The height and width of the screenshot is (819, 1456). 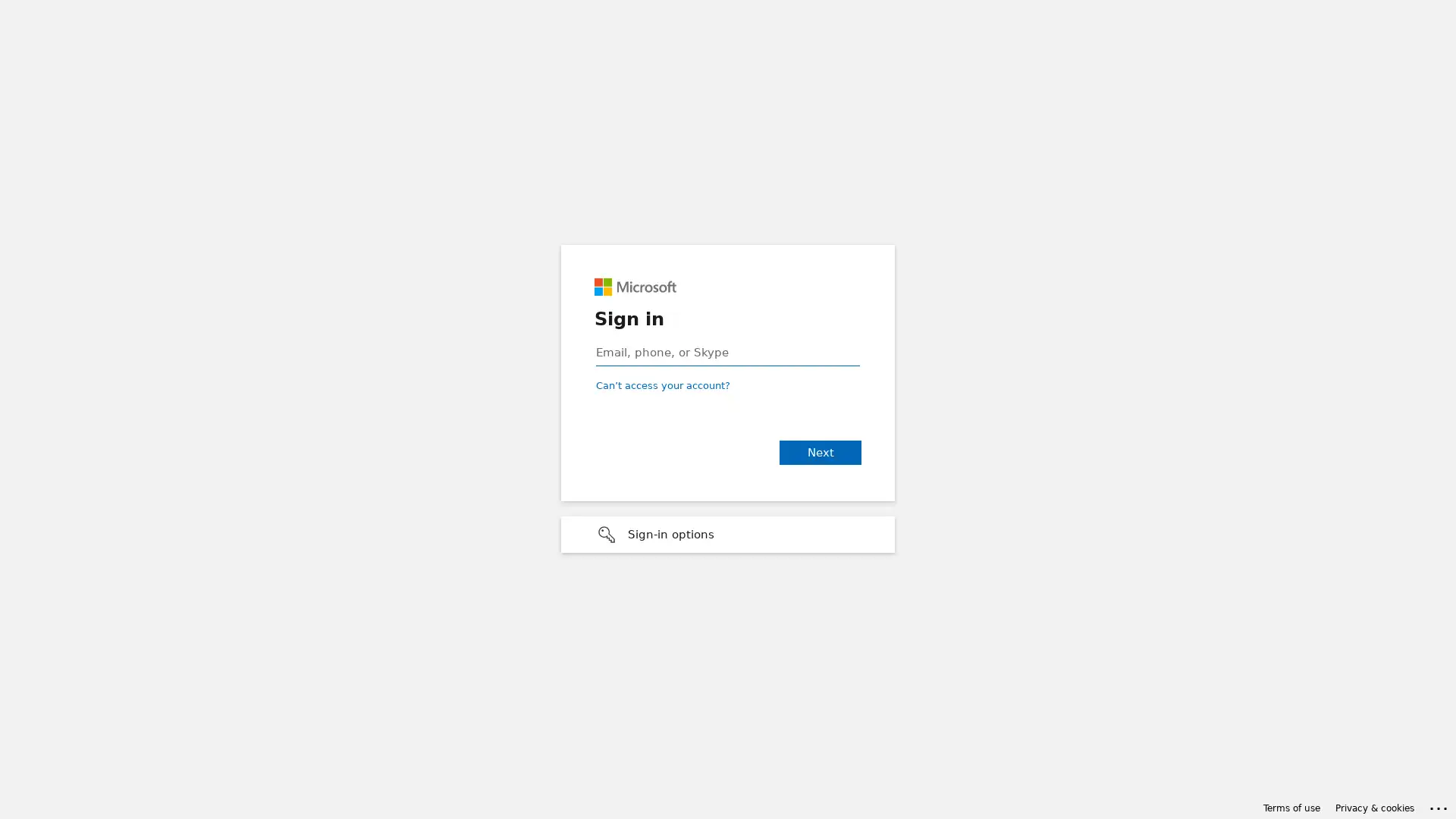 I want to click on Click here for troubleshooting information, so click(x=1439, y=805).